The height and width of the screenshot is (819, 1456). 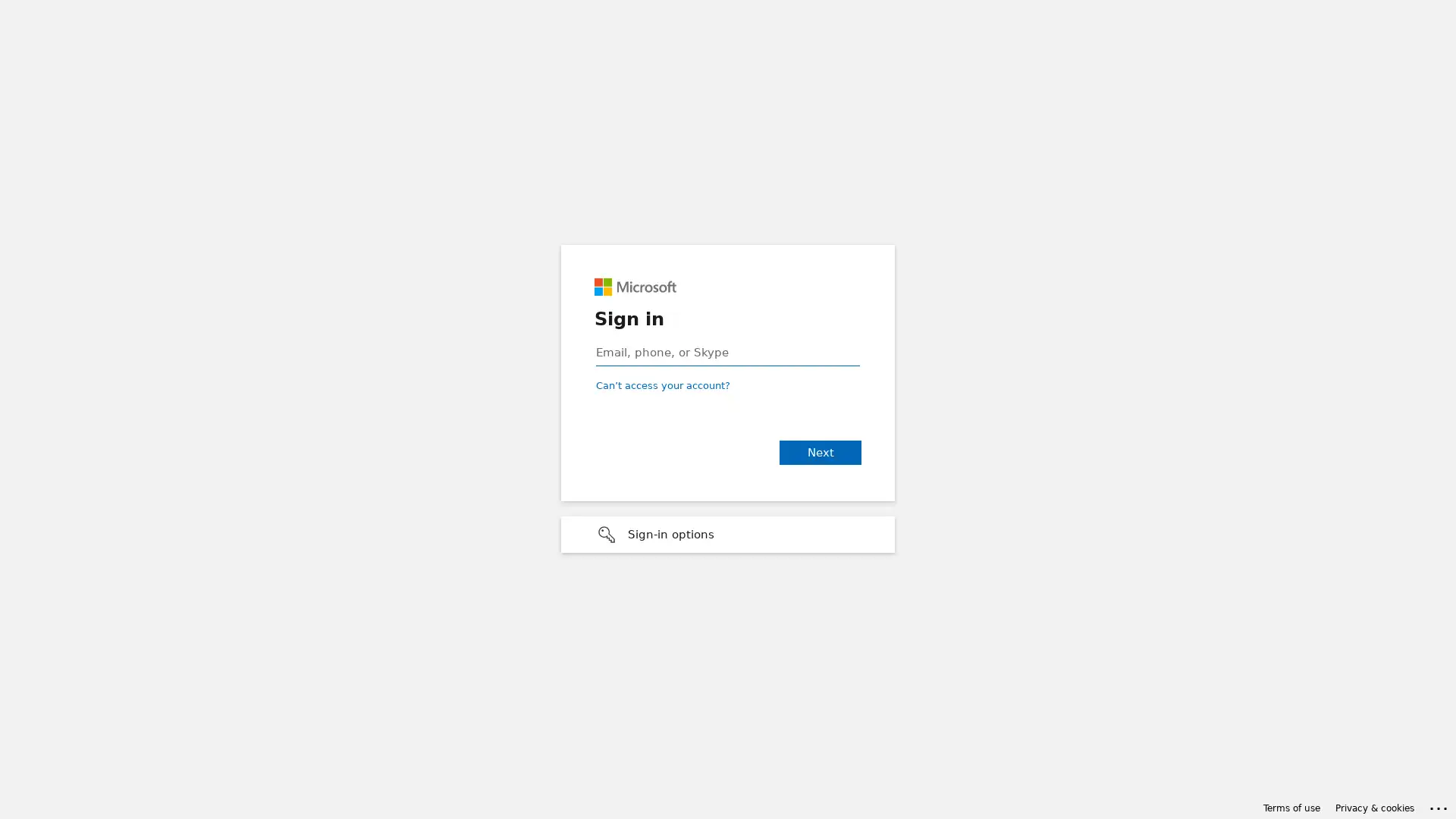 I want to click on Click here for troubleshooting information, so click(x=1439, y=805).